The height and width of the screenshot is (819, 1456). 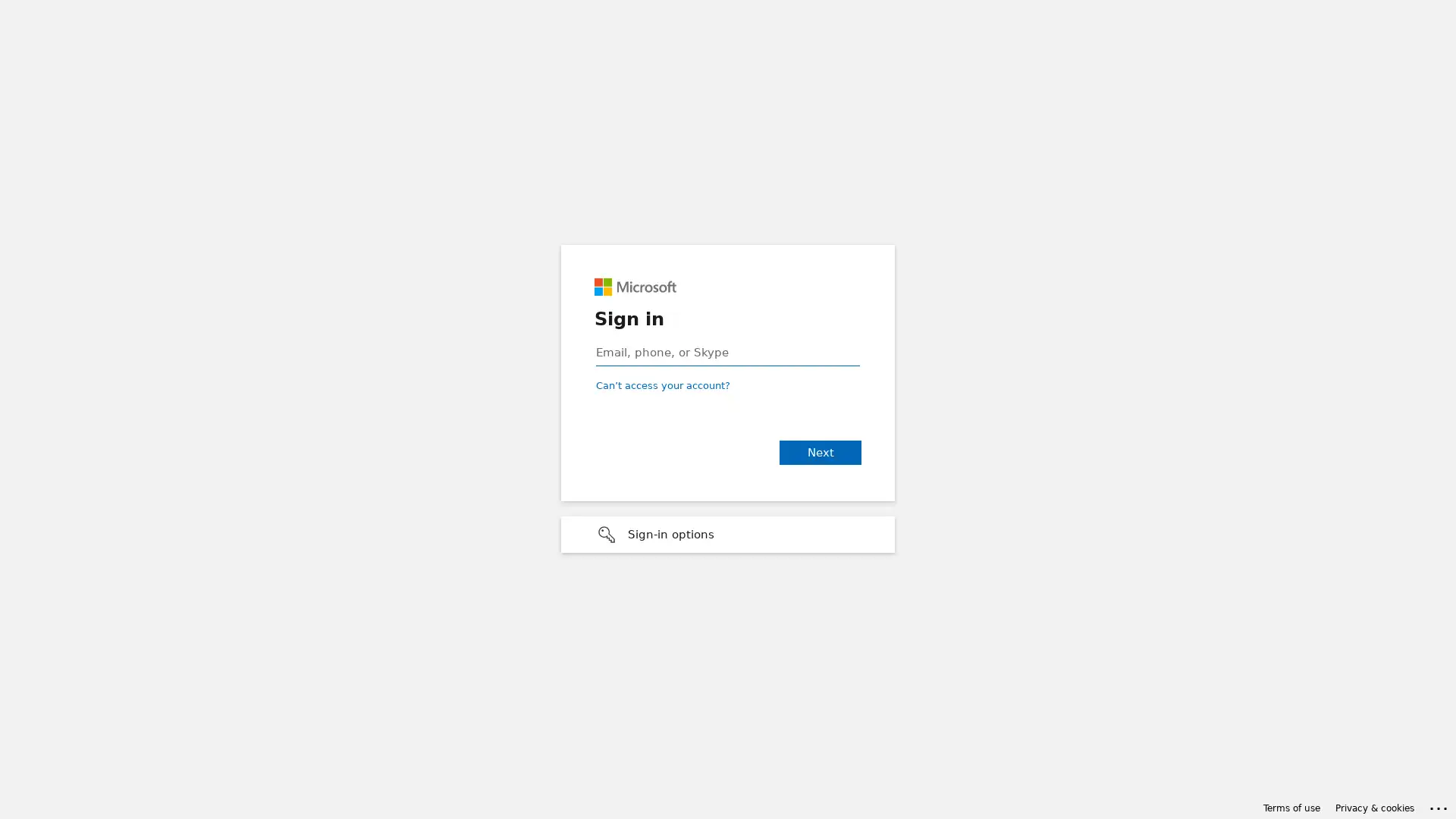 I want to click on Click here for troubleshooting information, so click(x=1439, y=805).